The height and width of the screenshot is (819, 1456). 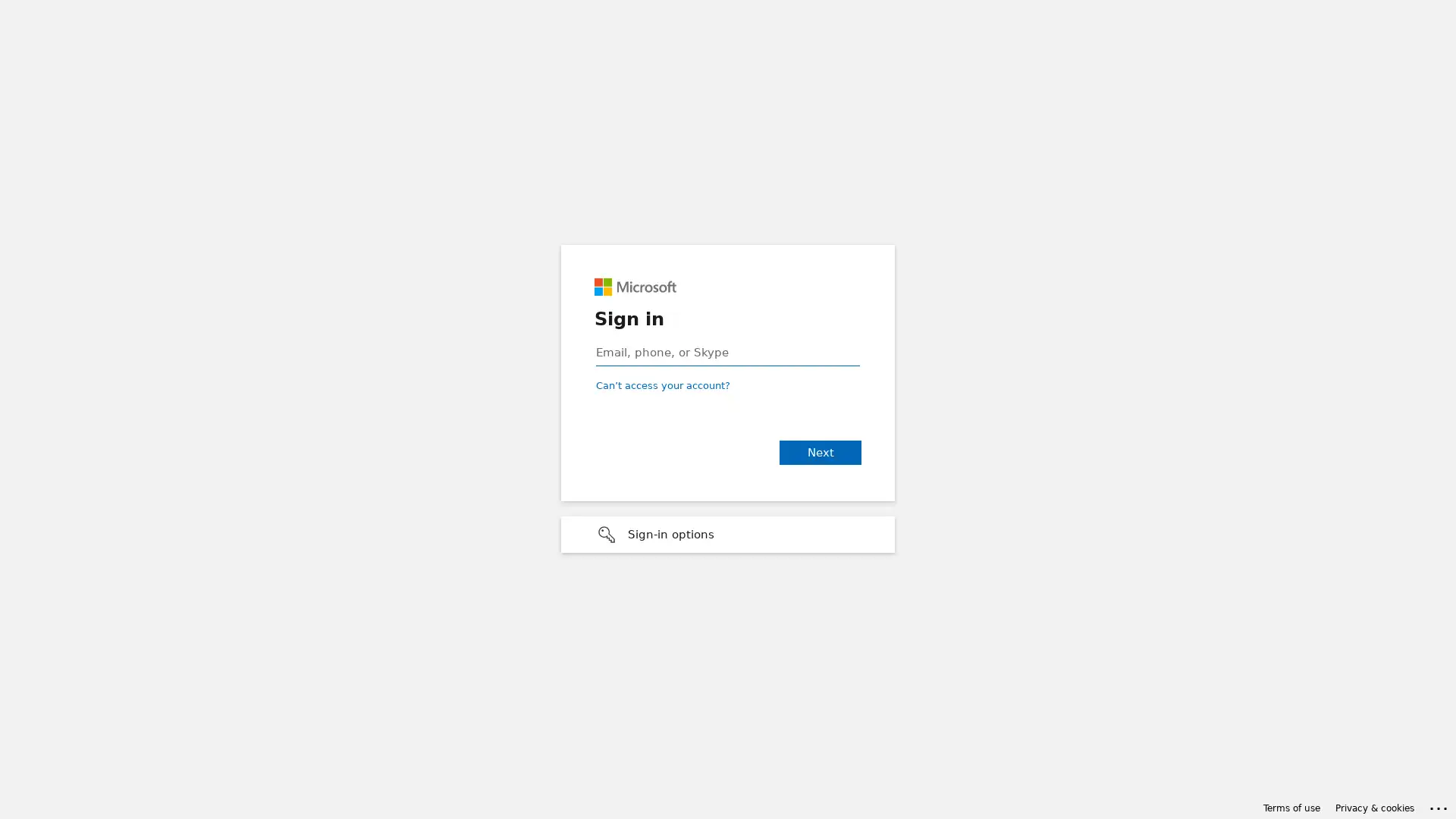 I want to click on Click here for troubleshooting information, so click(x=1439, y=805).